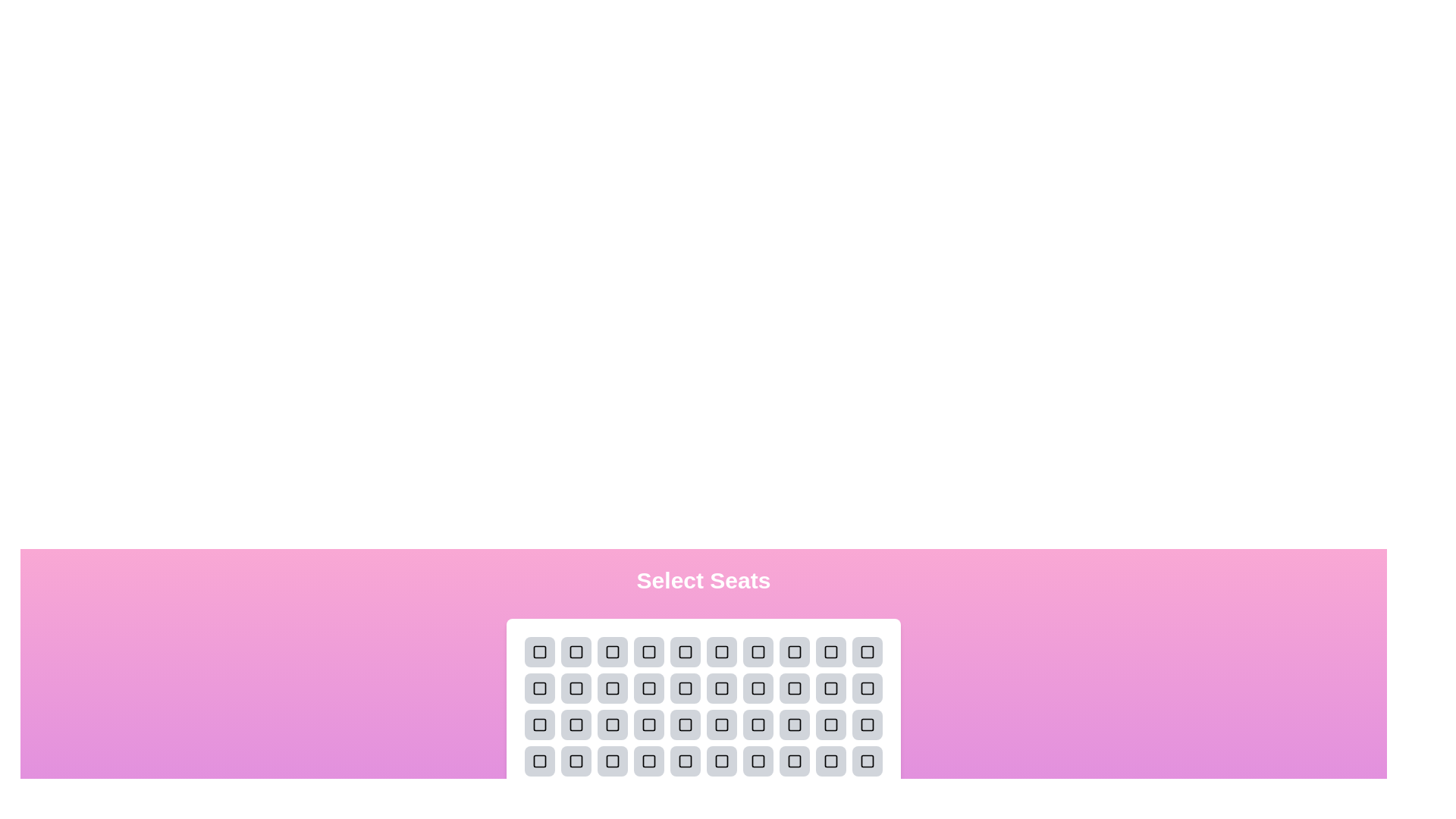 This screenshot has height=819, width=1456. Describe the element at coordinates (539, 651) in the screenshot. I see `the selected seat to deselect it` at that location.